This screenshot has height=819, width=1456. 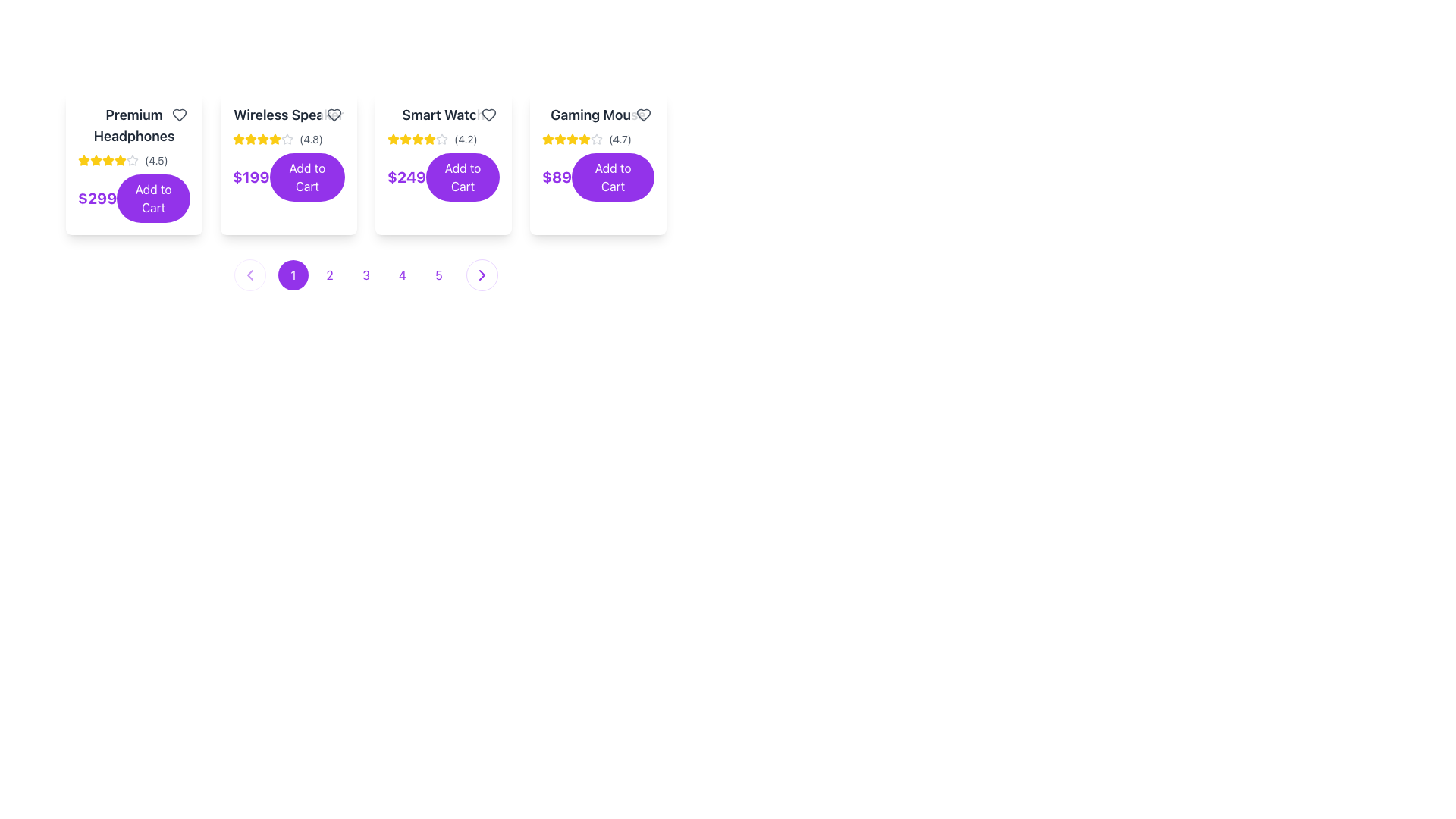 What do you see at coordinates (288, 164) in the screenshot?
I see `the 'Add to Cart' button on the Wireless Speaker product card, which is the second card in a grid layout` at bounding box center [288, 164].